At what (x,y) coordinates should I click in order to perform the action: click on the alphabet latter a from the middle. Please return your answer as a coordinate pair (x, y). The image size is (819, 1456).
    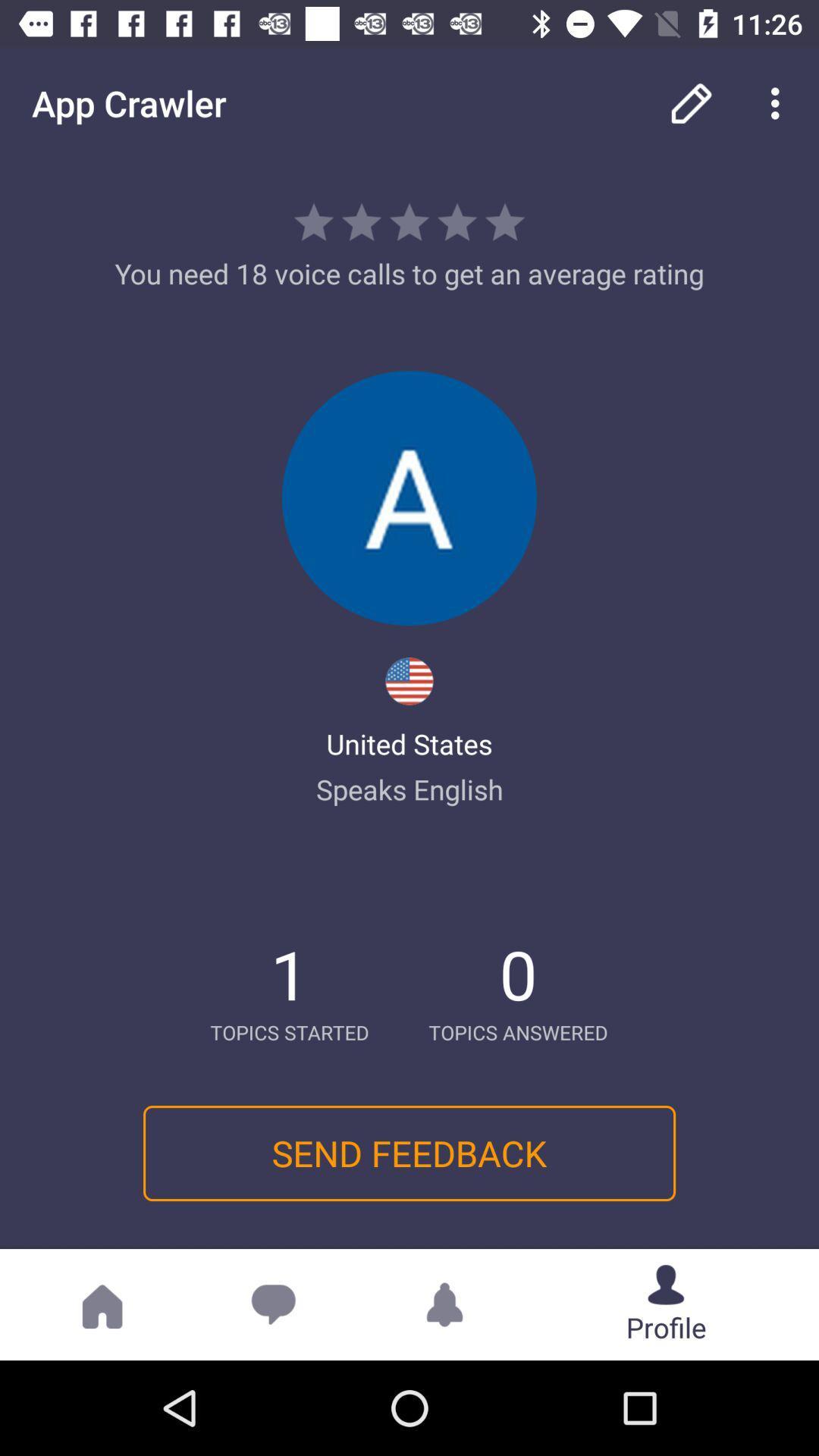
    Looking at the image, I should click on (409, 498).